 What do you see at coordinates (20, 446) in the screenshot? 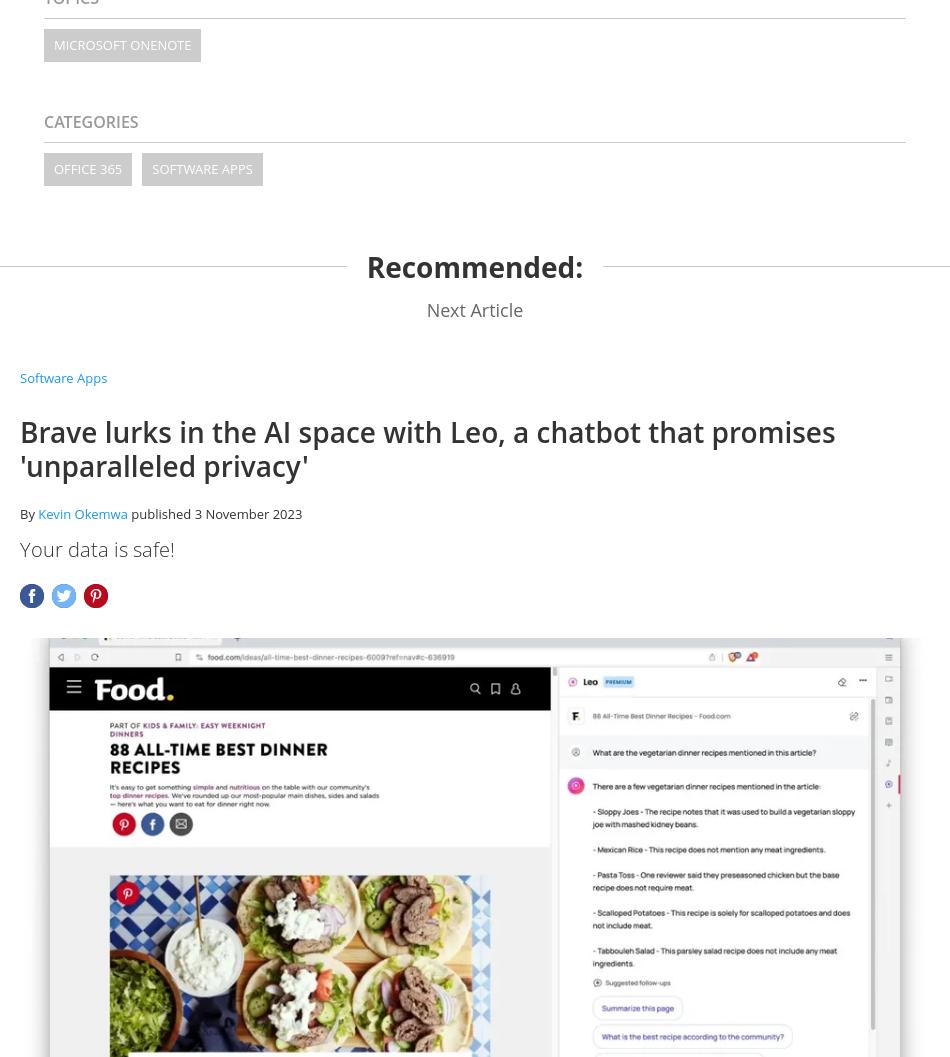
I see `'Brave lurks in the AI space with Leo, a chatbot that promises 'unparalleled privacy''` at bounding box center [20, 446].